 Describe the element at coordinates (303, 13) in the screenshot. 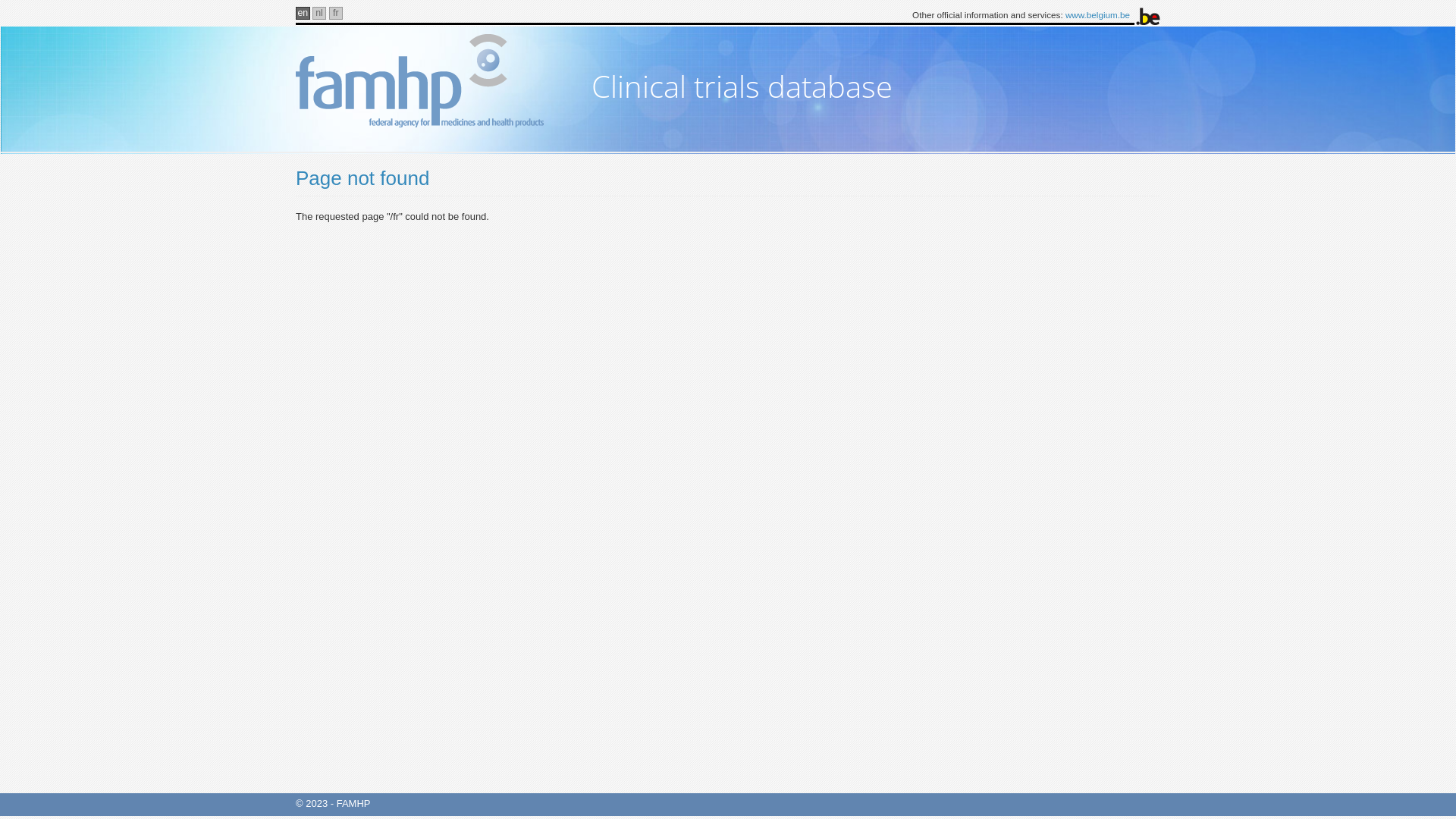

I see `'en'` at that location.